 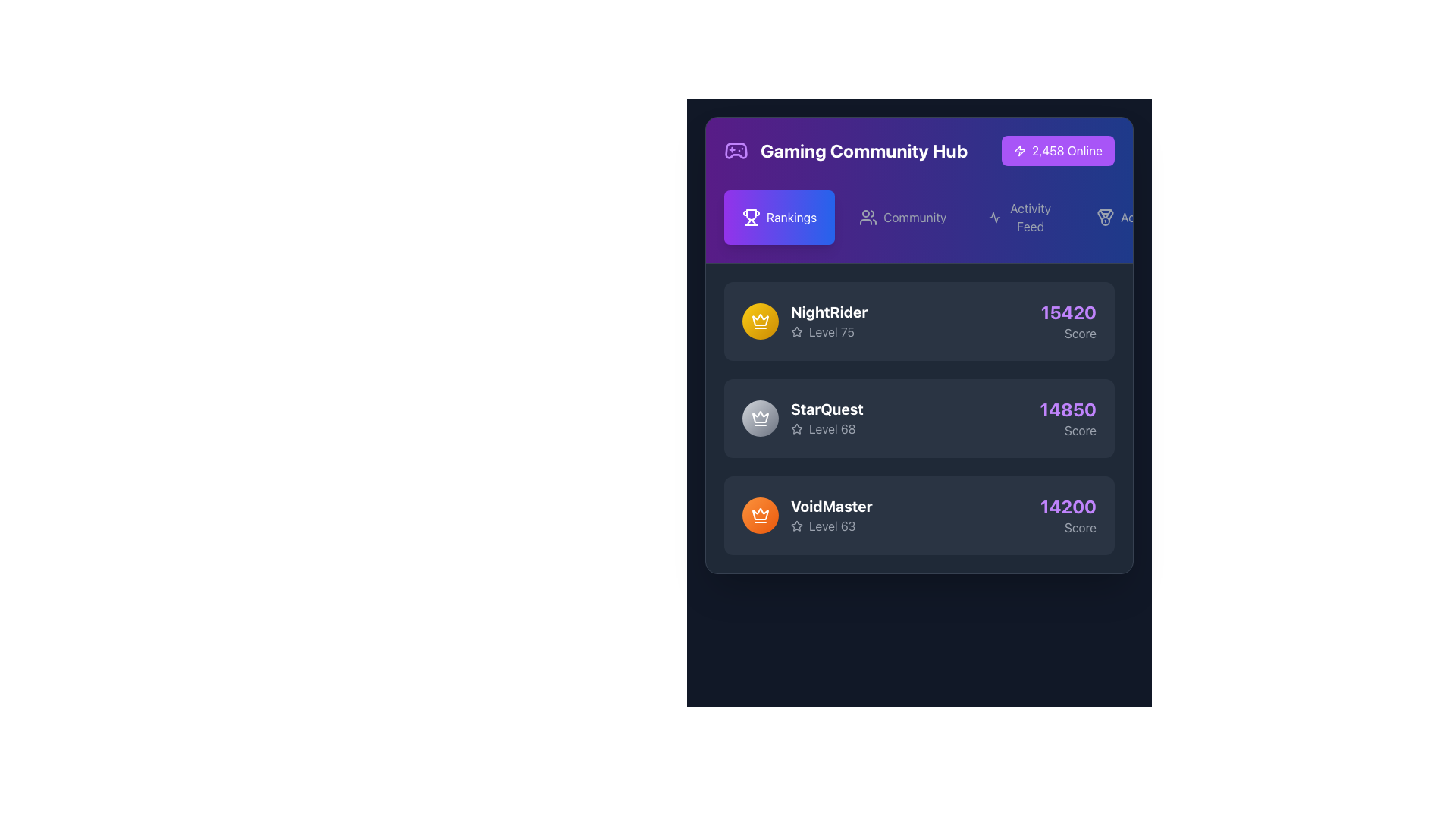 I want to click on the star-shaped icon with an outlined style located to the left of the text 'Level 75' and below the label 'NightRider', so click(x=796, y=331).